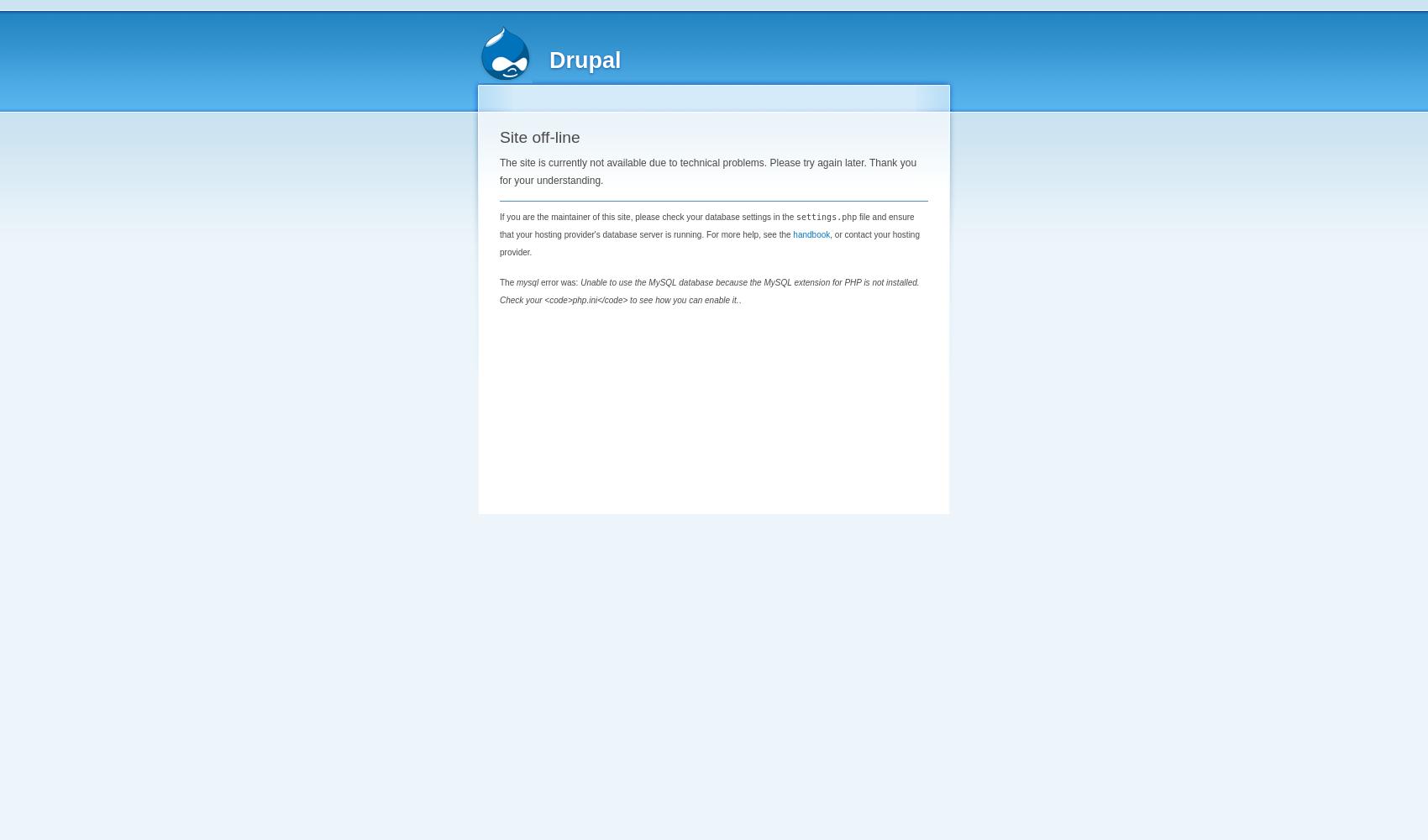 The width and height of the screenshot is (1428, 840). Describe the element at coordinates (646, 216) in the screenshot. I see `'If you are the maintainer of this site, please check your database settings in the'` at that location.